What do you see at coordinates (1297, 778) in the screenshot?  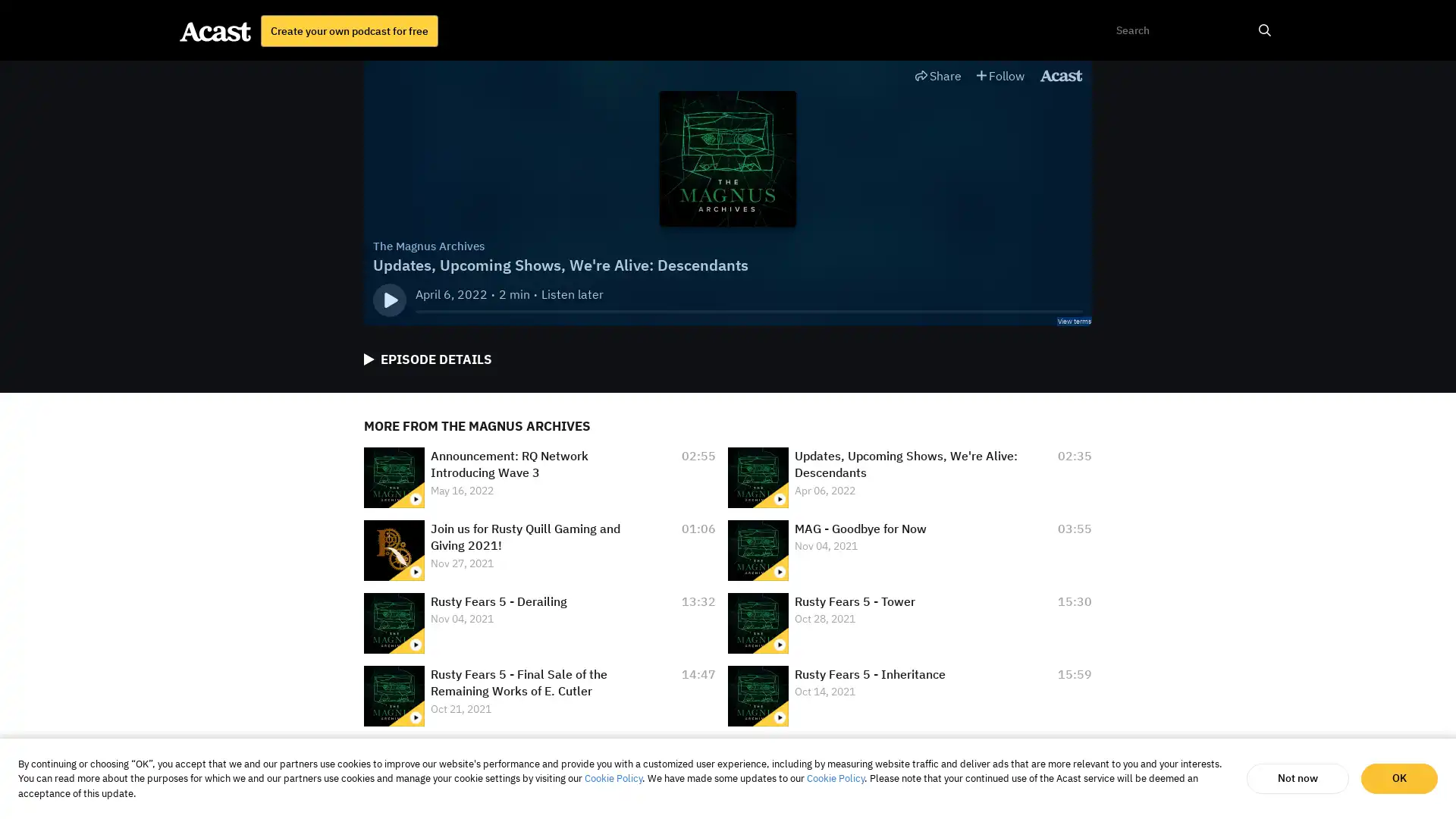 I see `Not now` at bounding box center [1297, 778].